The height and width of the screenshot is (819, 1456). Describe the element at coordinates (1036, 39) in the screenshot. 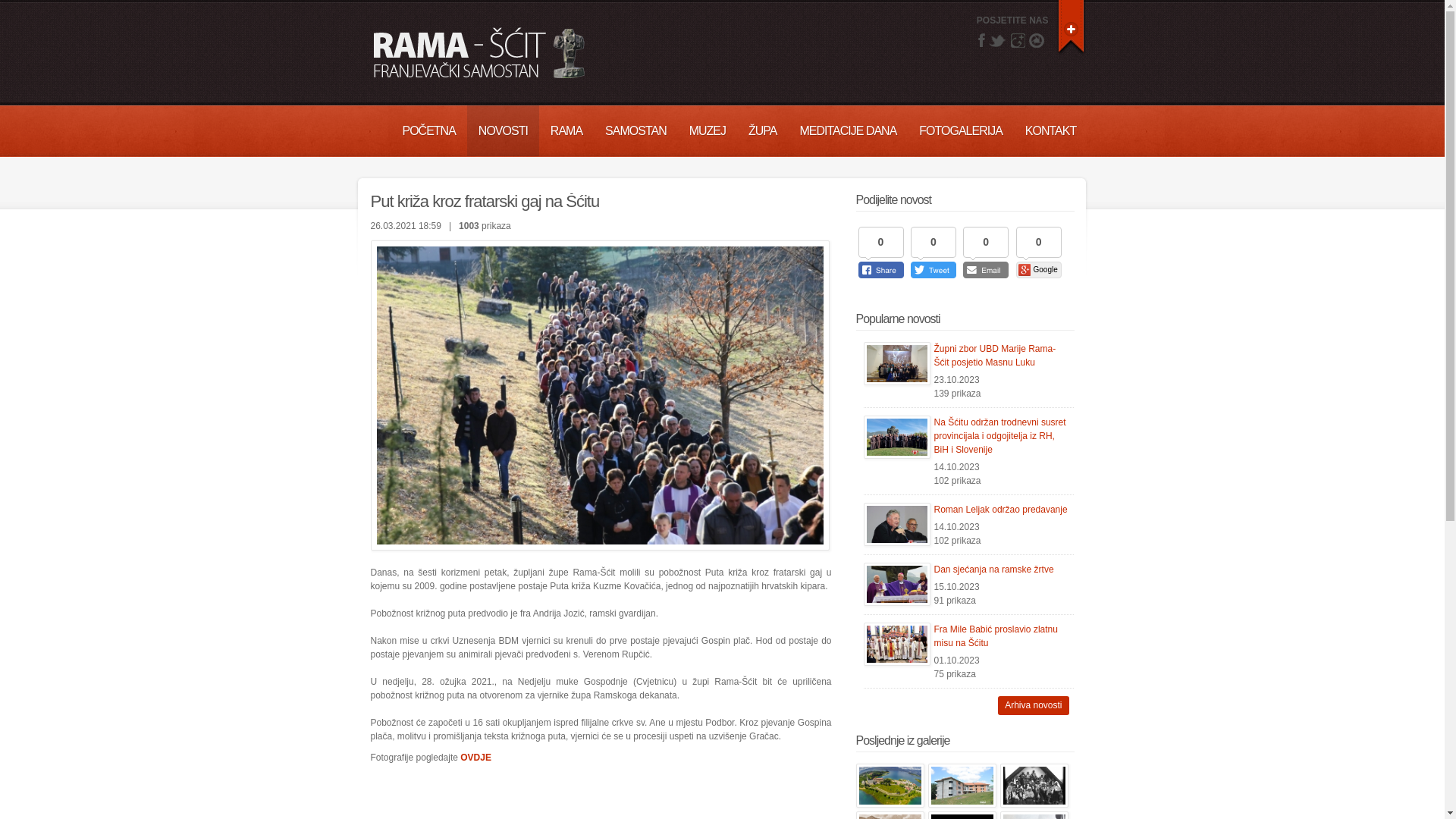

I see `'Picasa Web Albums'` at that location.